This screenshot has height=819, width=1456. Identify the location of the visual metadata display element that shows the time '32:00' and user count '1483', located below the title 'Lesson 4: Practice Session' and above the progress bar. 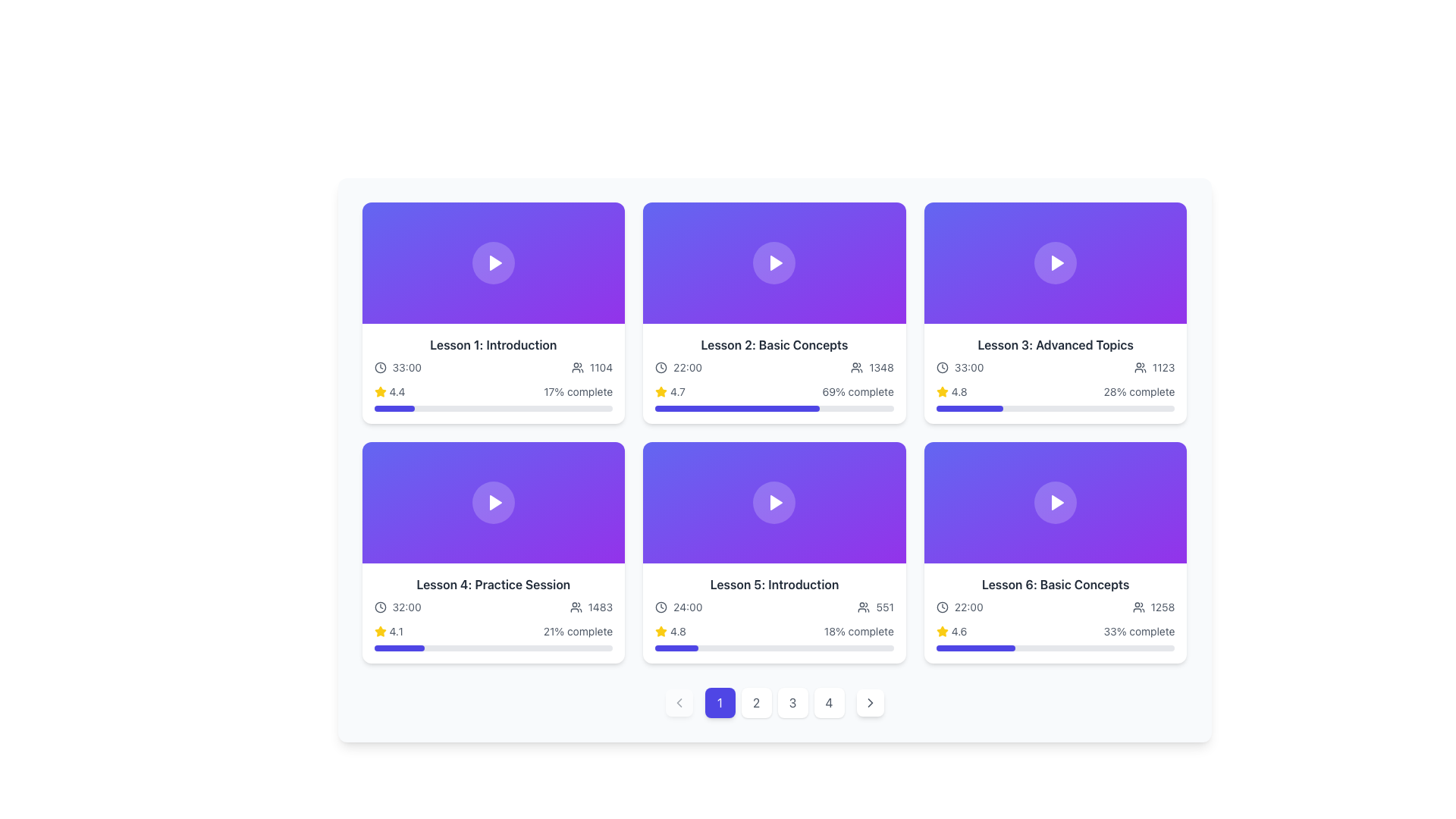
(493, 607).